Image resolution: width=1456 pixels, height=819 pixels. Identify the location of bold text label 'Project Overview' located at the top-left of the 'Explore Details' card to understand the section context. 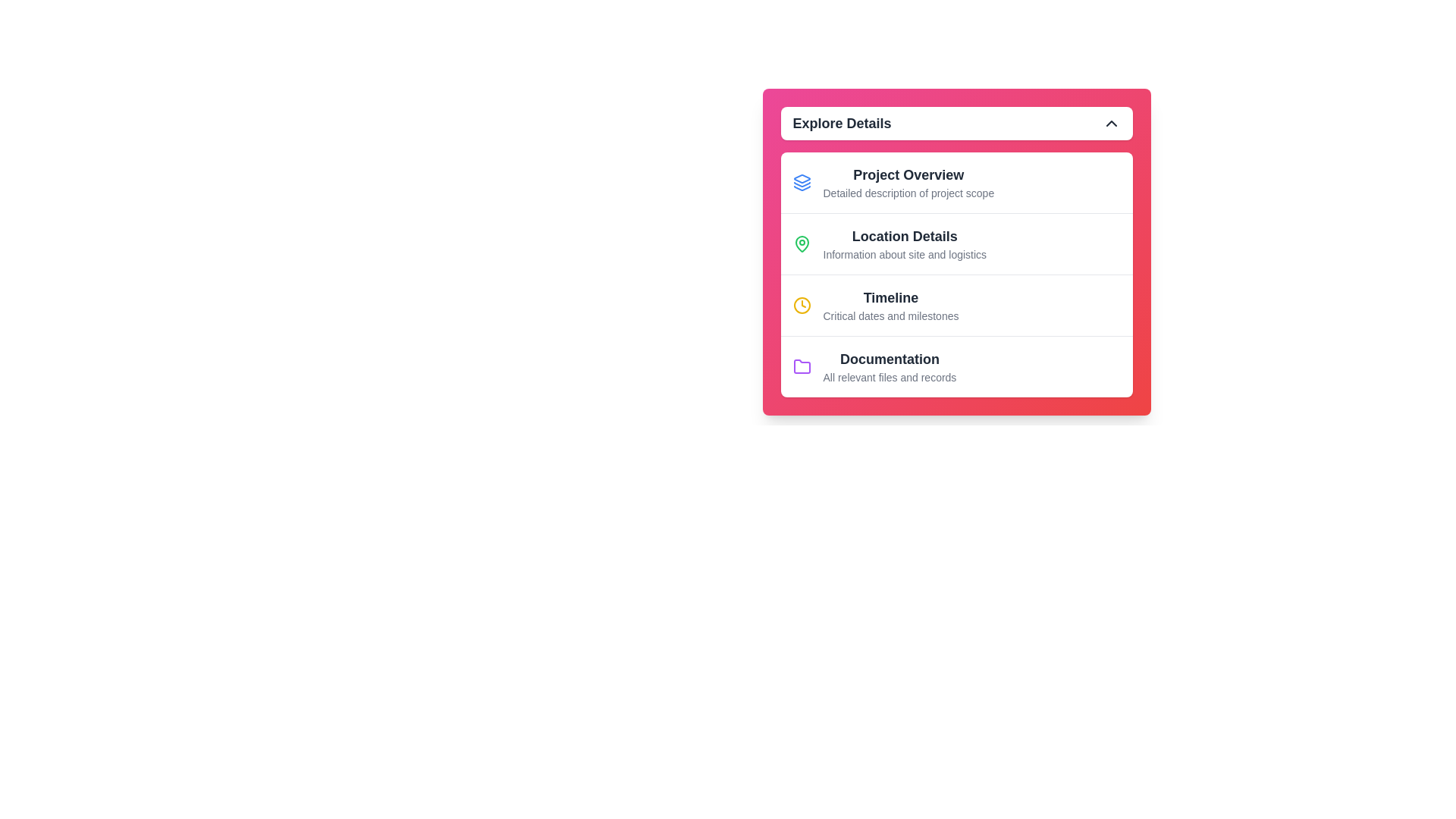
(908, 174).